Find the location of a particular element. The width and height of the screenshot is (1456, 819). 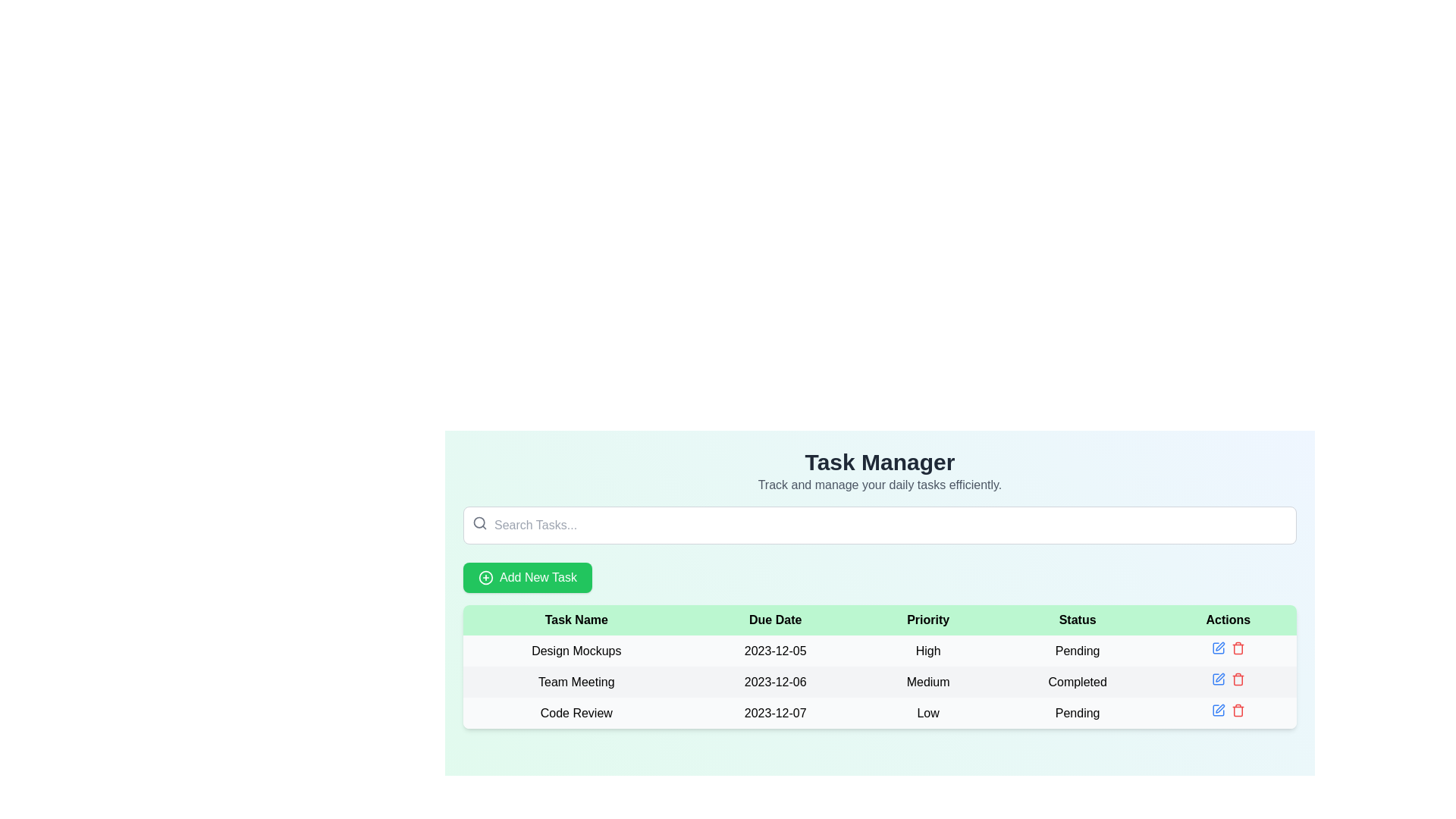

the due date cell for the 'Team Meeting' task in the second column of the data table is located at coordinates (775, 681).